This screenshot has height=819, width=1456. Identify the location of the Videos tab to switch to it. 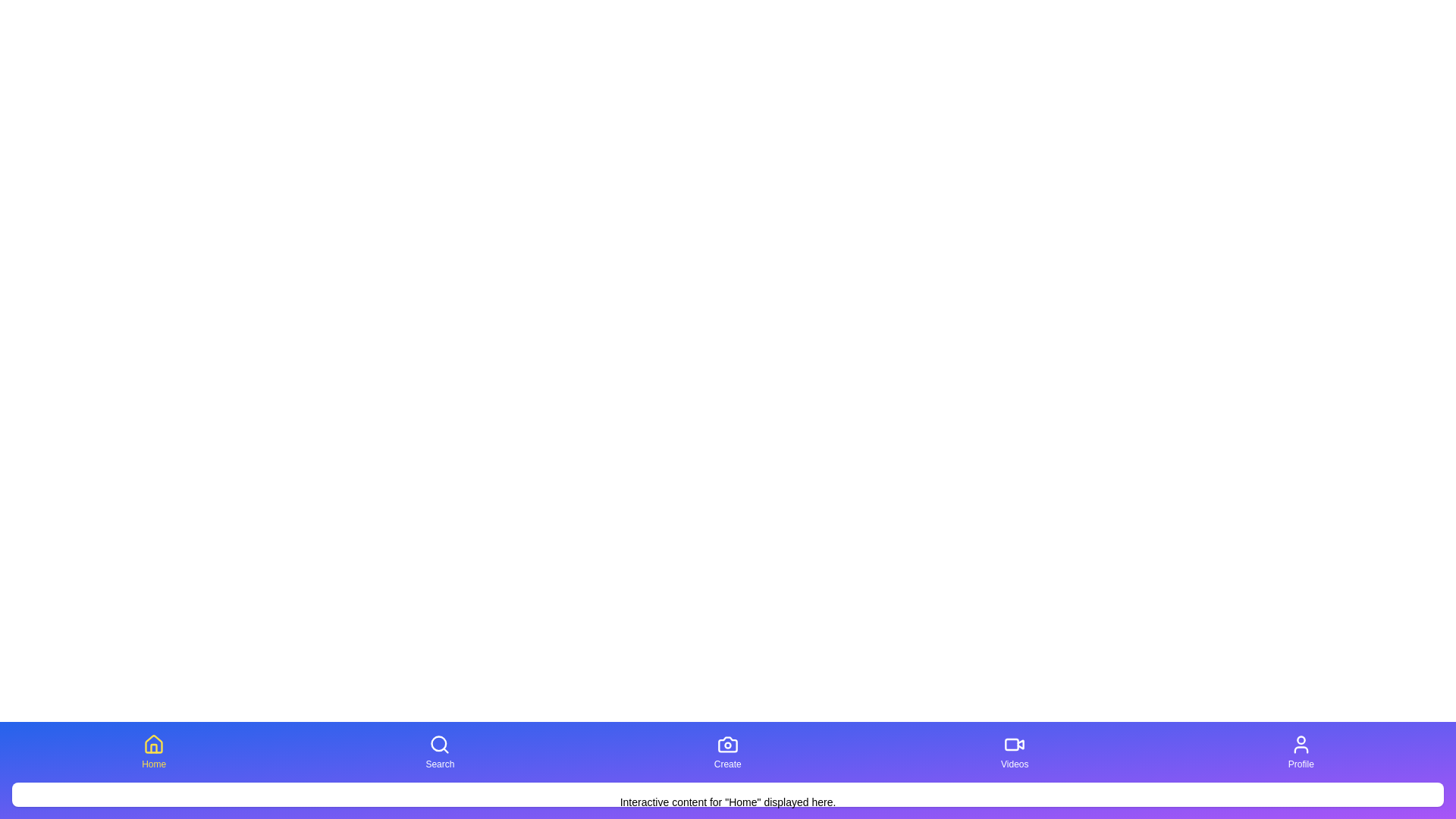
(1015, 752).